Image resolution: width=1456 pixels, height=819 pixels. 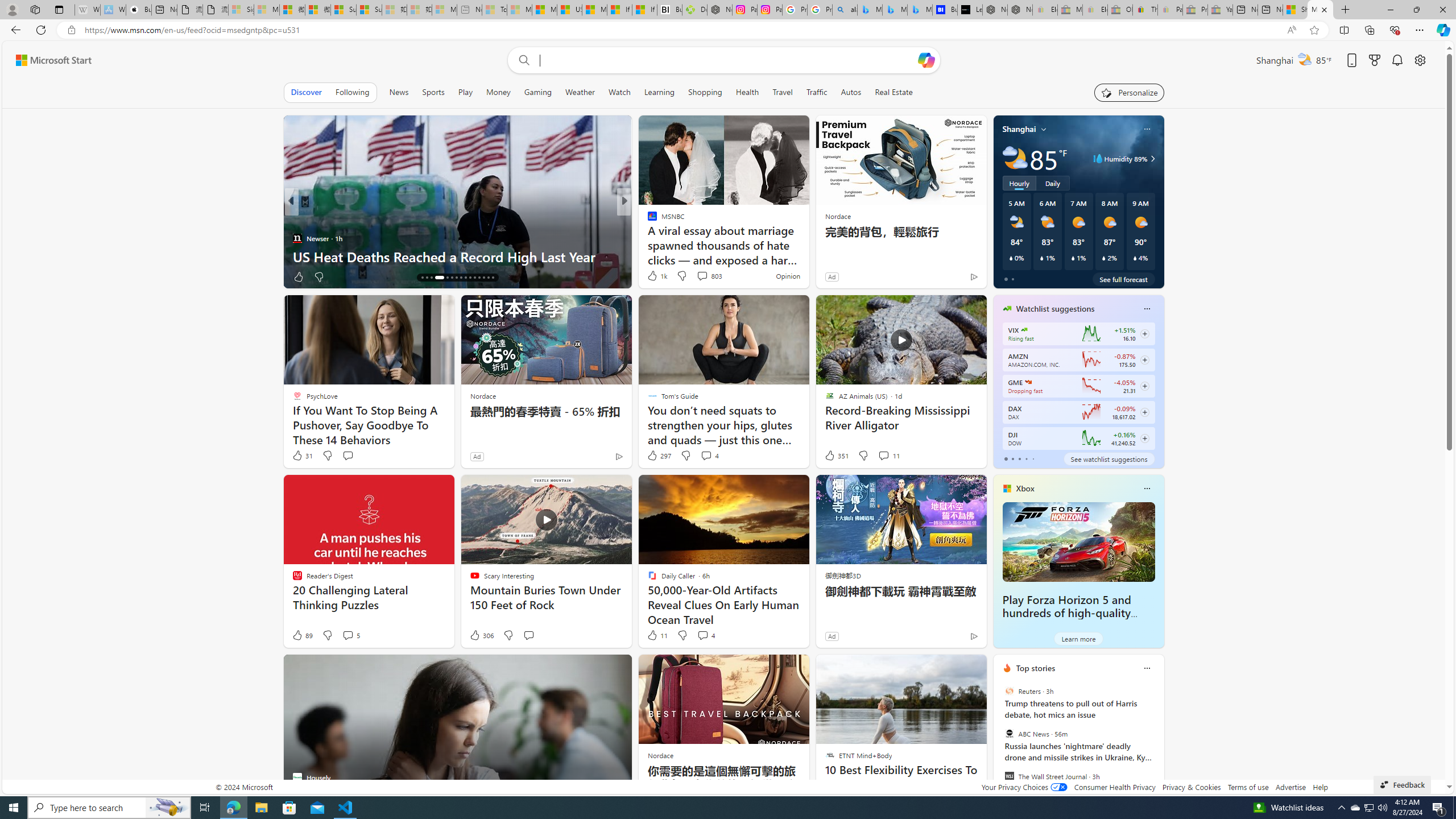 What do you see at coordinates (440, 277) in the screenshot?
I see `'AutomationID: tab-19'` at bounding box center [440, 277].